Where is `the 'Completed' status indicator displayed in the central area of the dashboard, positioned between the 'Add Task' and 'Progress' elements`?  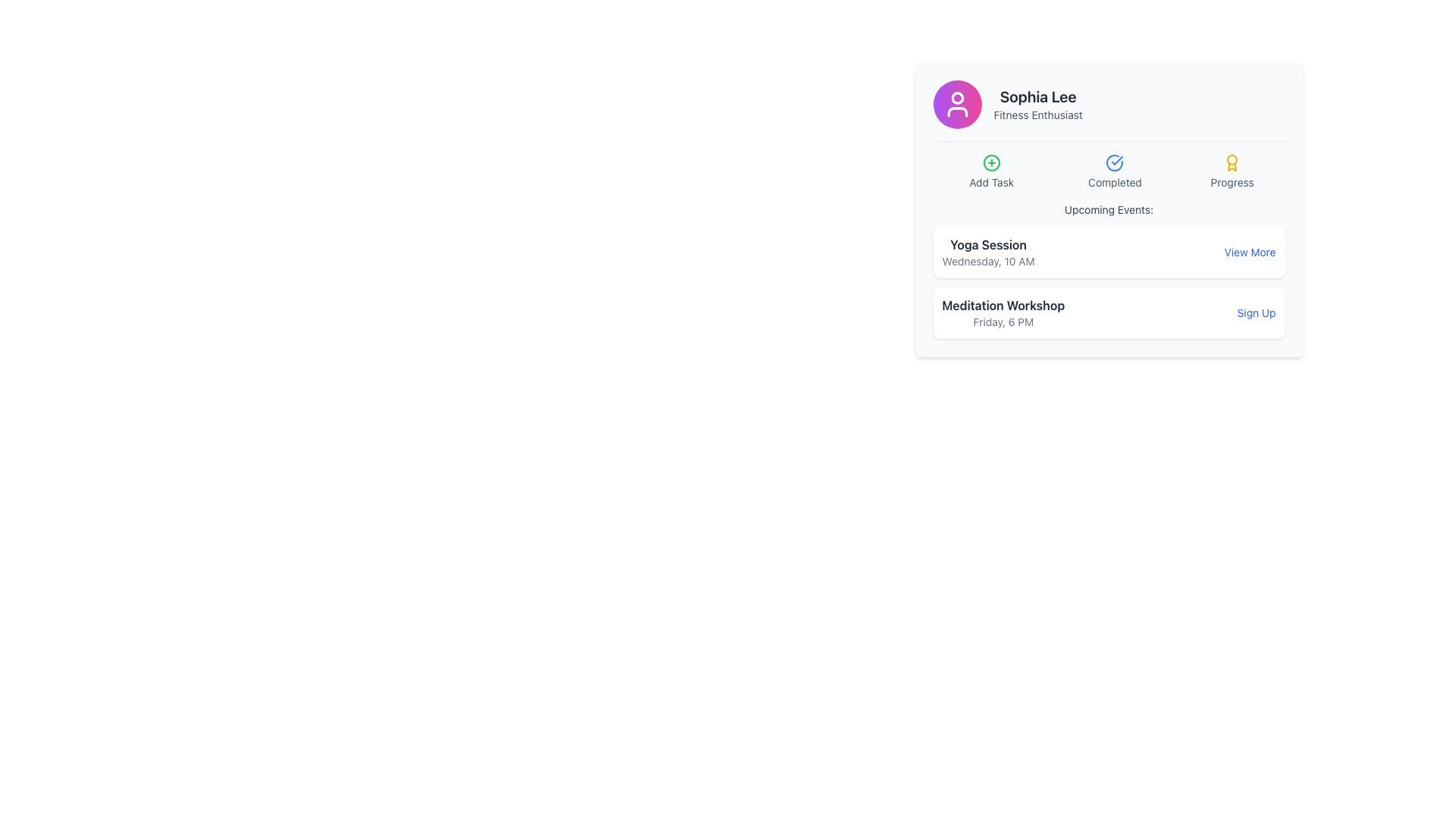
the 'Completed' status indicator displayed in the central area of the dashboard, positioned between the 'Add Task' and 'Progress' elements is located at coordinates (1115, 171).